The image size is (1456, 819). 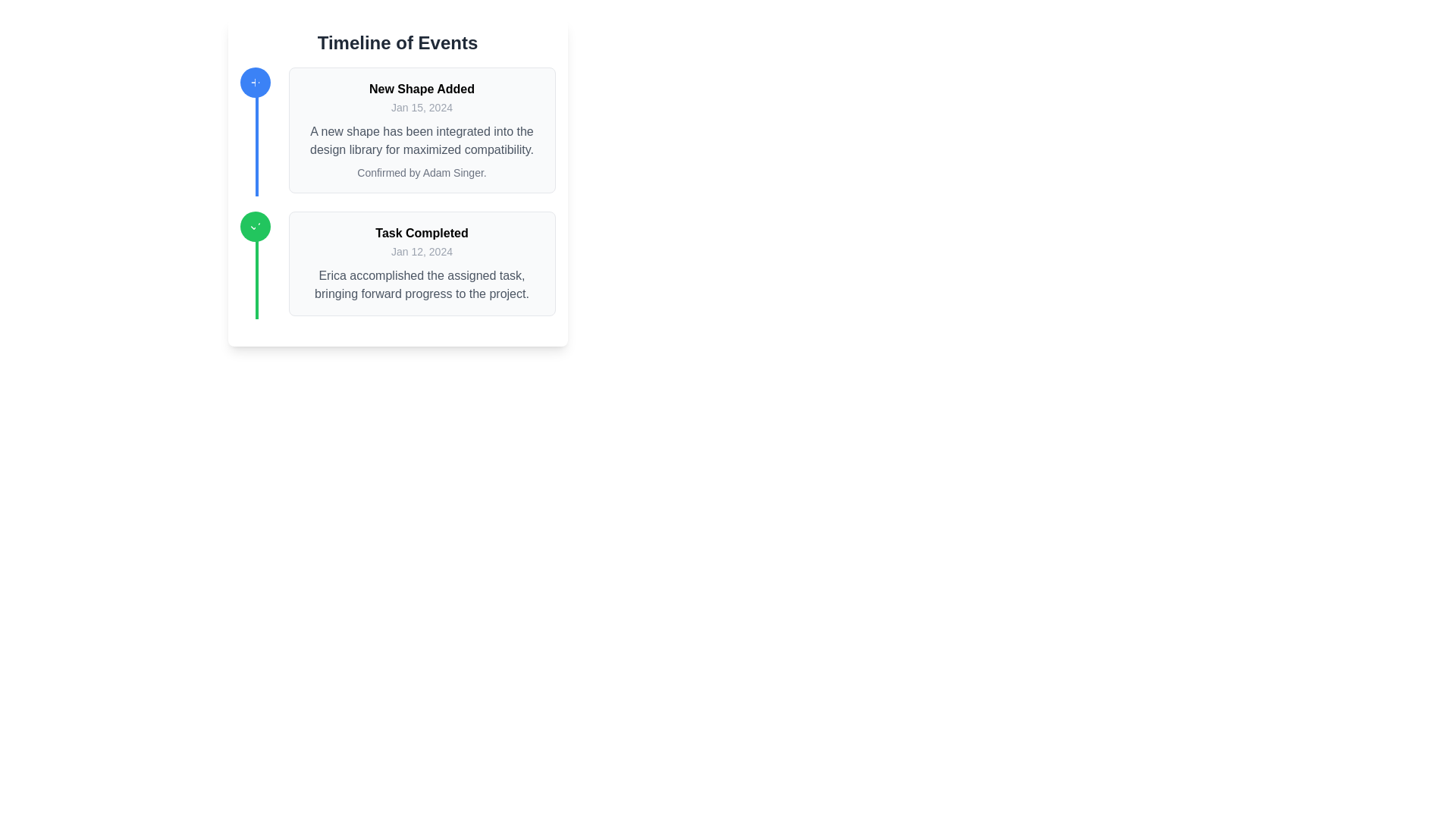 What do you see at coordinates (422, 130) in the screenshot?
I see `the top informational card in the 'Timeline of Events' section, which displays the header 'New Shape Added' and is styled with a light gray background and rounded corners` at bounding box center [422, 130].